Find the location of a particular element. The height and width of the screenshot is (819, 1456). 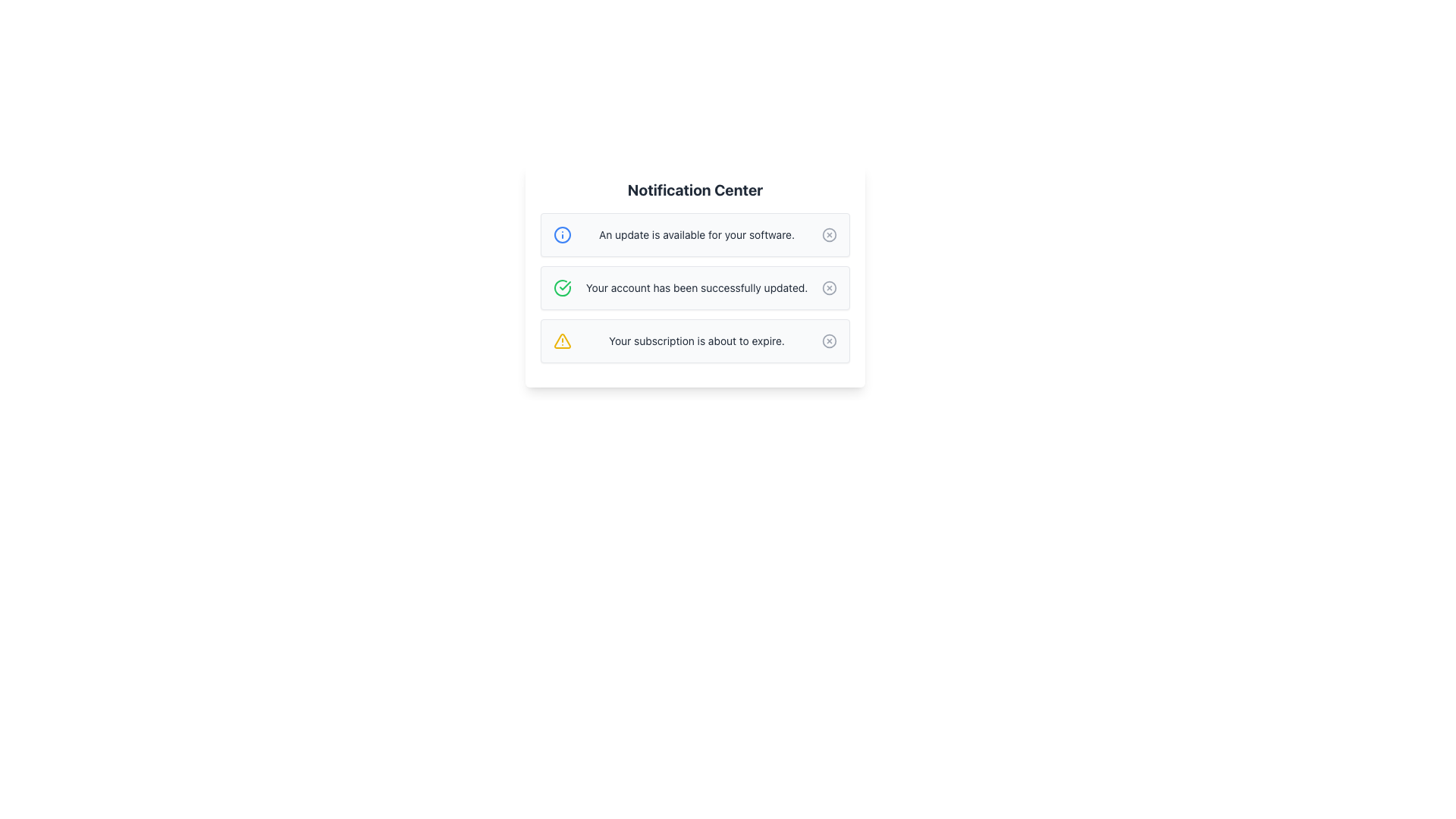

the informational message about an available software update located directly below the 'Notification Center' heading is located at coordinates (695, 234).